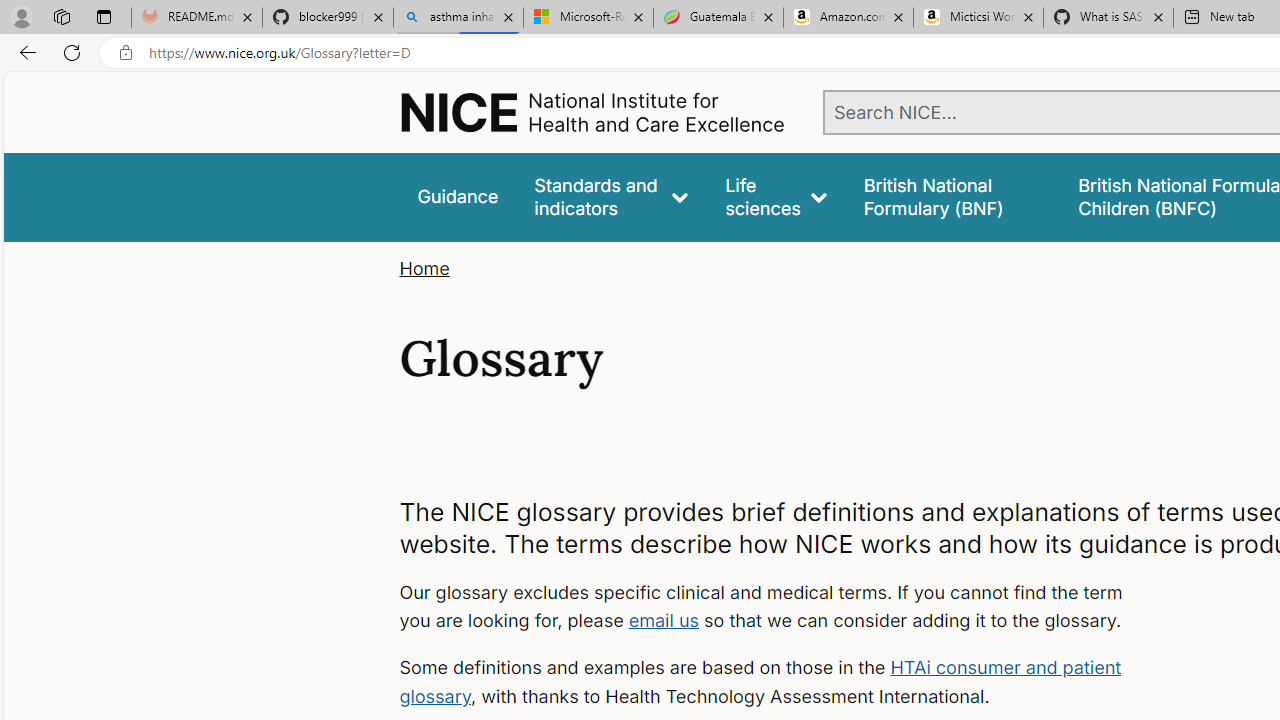  Describe the element at coordinates (457, 197) in the screenshot. I see `'Guidance'` at that location.